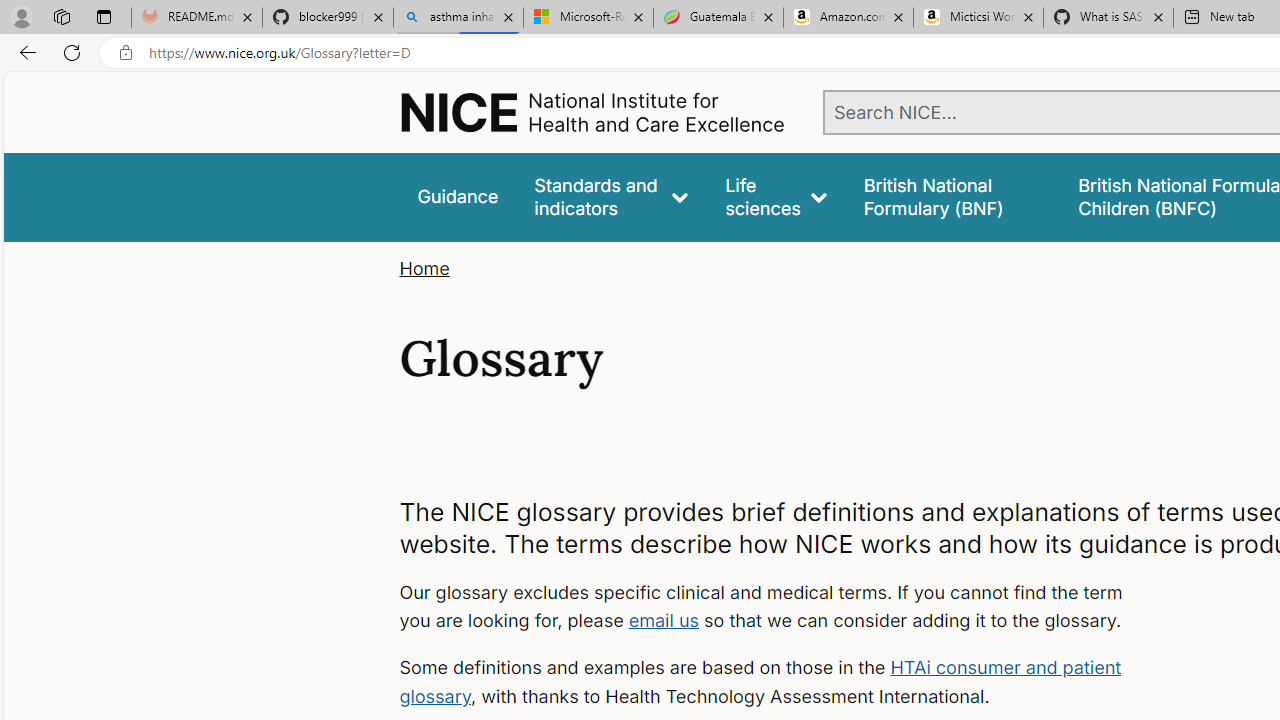  Describe the element at coordinates (457, 197) in the screenshot. I see `'Guidance'` at that location.